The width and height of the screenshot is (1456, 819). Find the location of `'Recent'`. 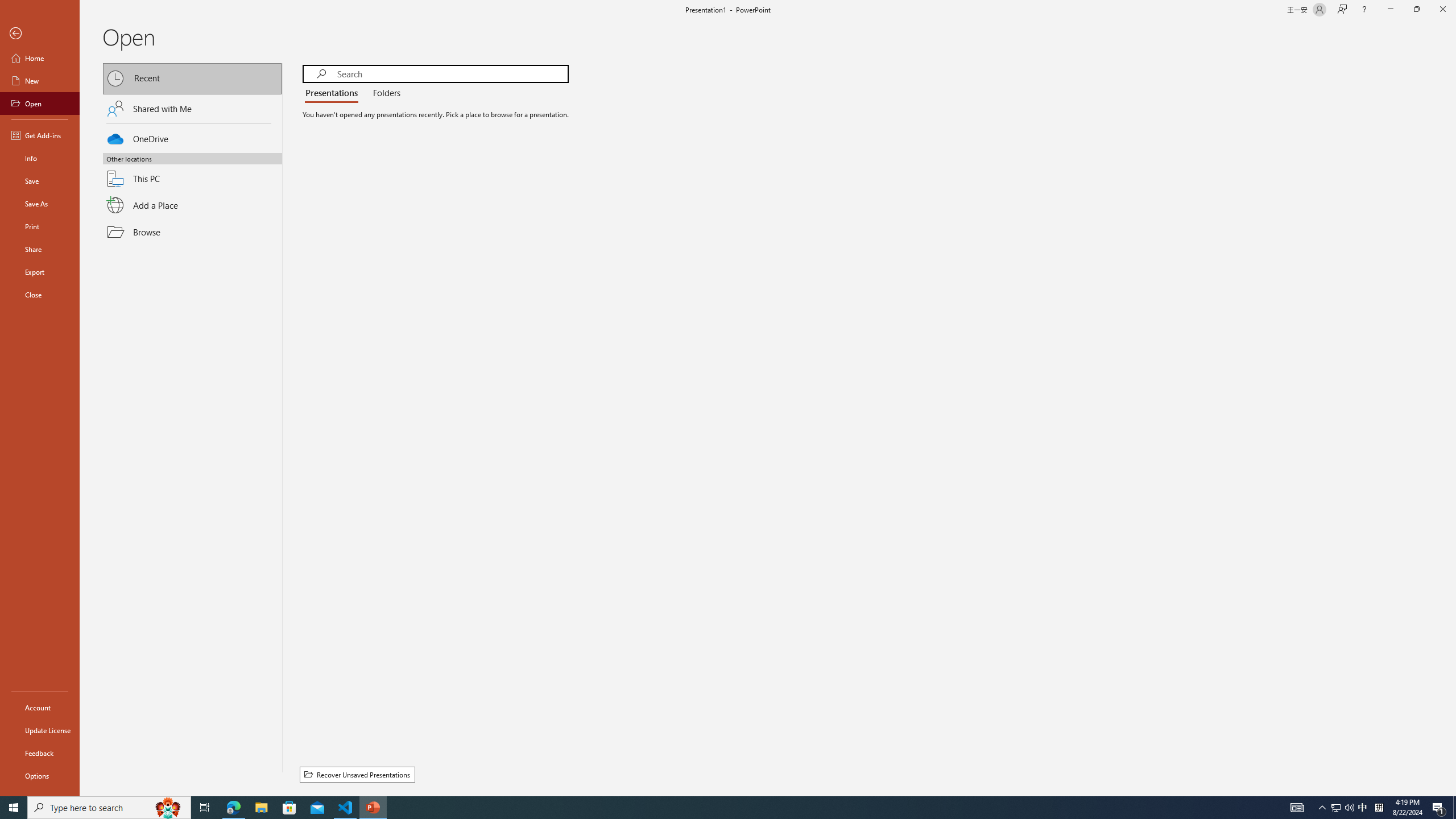

'Recent' is located at coordinates (192, 78).